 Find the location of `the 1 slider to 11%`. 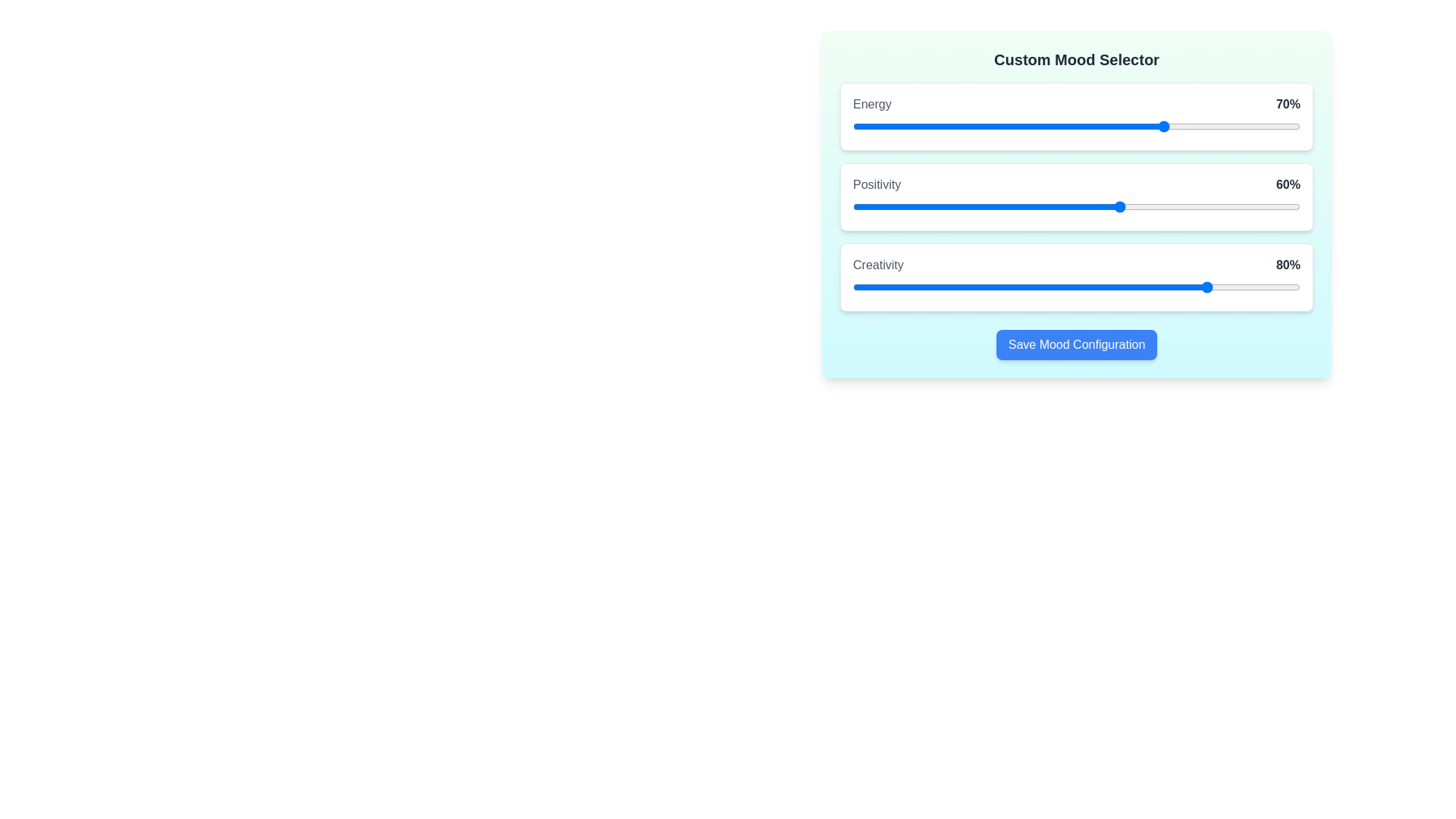

the 1 slider to 11% is located at coordinates (902, 207).